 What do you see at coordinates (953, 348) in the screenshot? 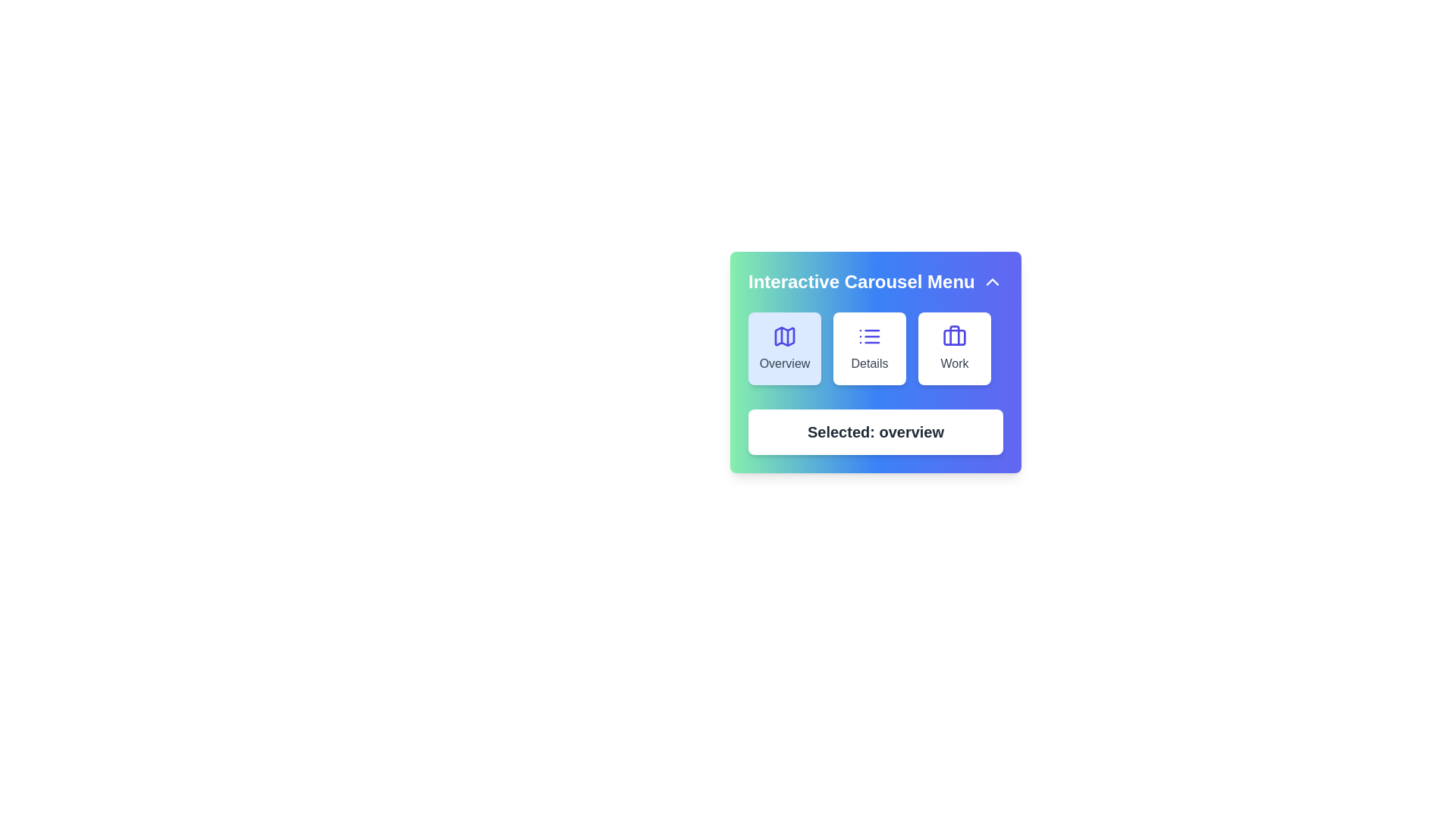
I see `the slide labeled Work from the carousel` at bounding box center [953, 348].